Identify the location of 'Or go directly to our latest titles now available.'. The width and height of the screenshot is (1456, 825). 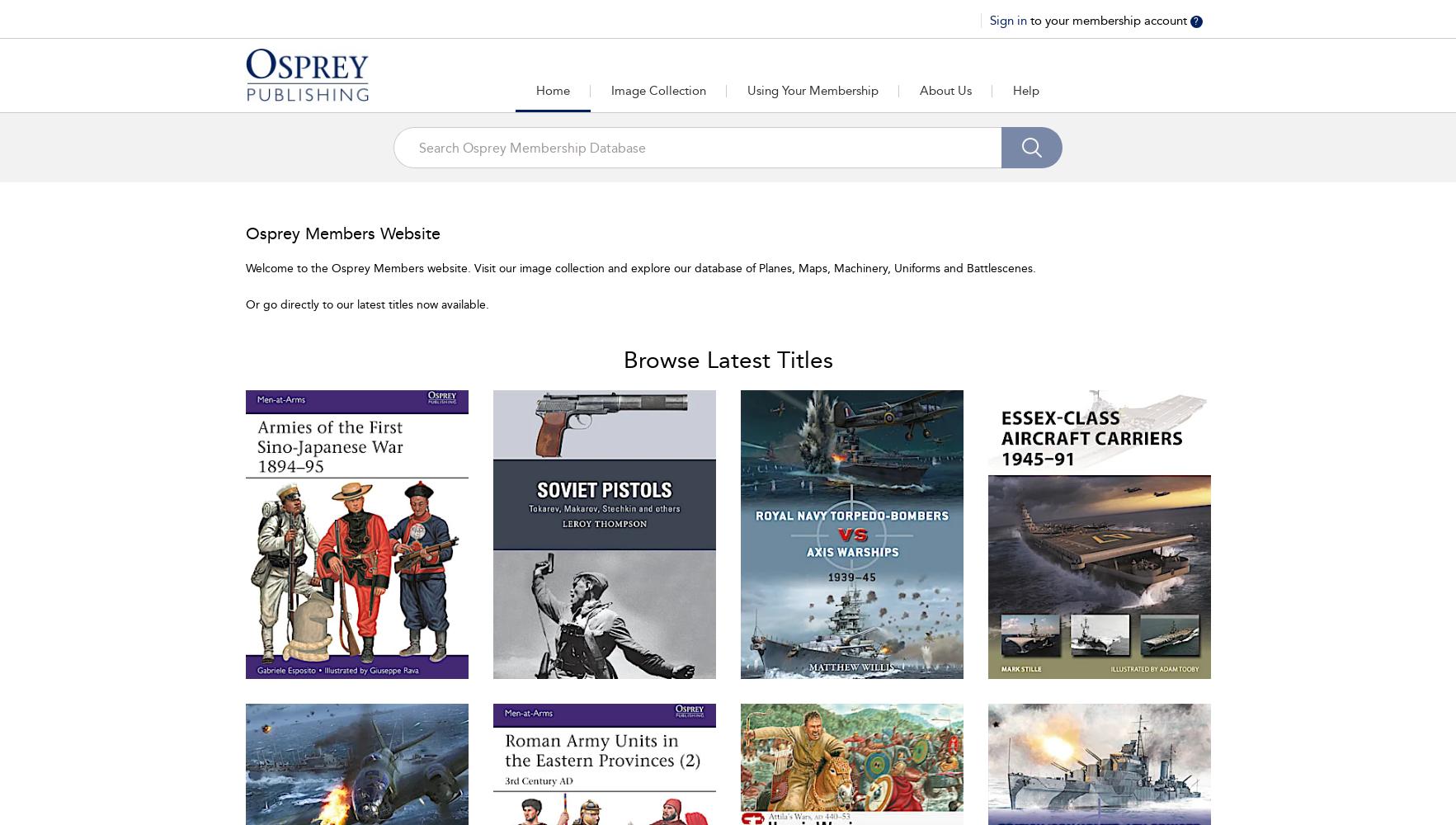
(365, 304).